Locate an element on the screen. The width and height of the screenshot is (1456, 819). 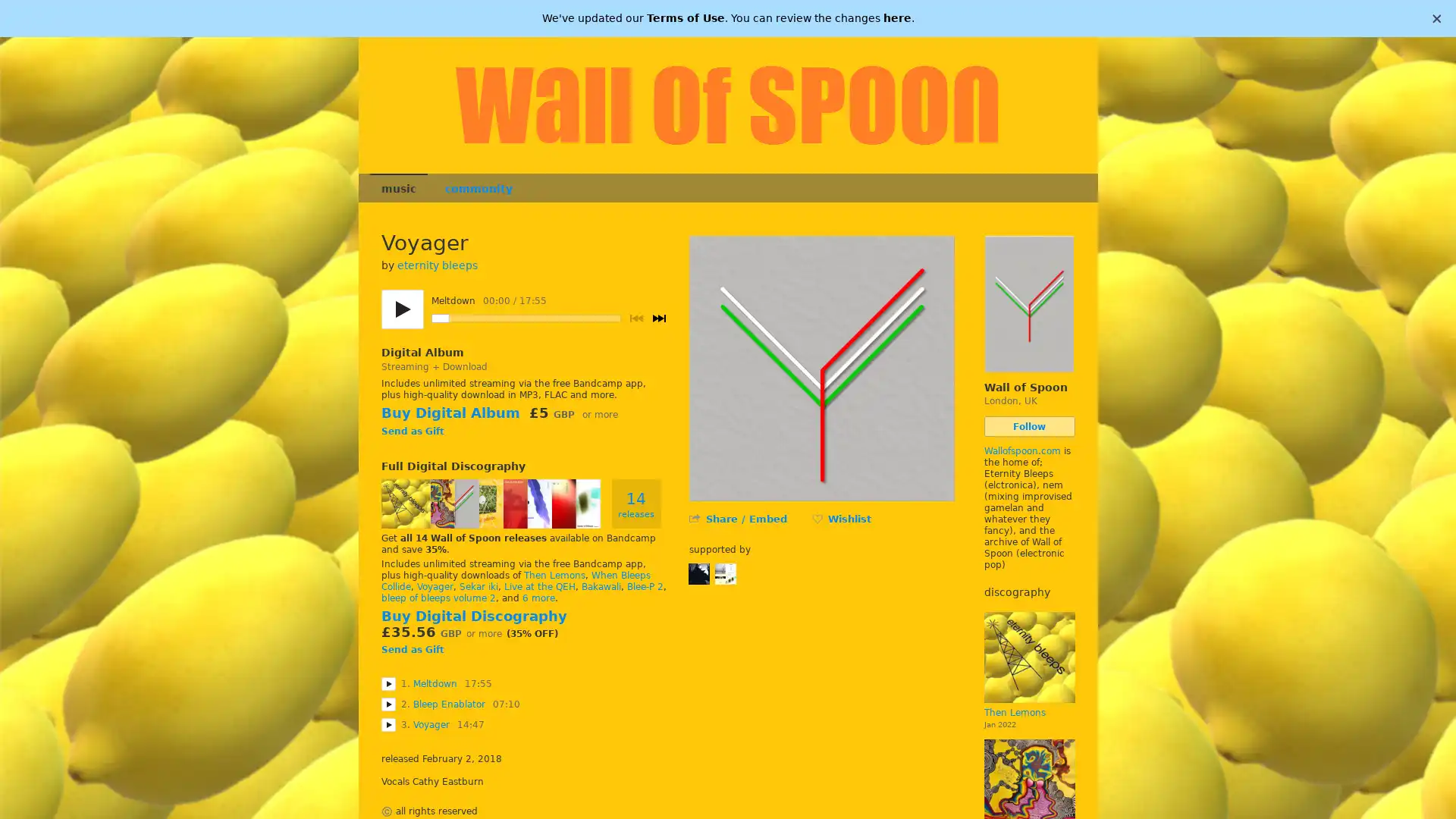
Buy Digital Album is located at coordinates (449, 413).